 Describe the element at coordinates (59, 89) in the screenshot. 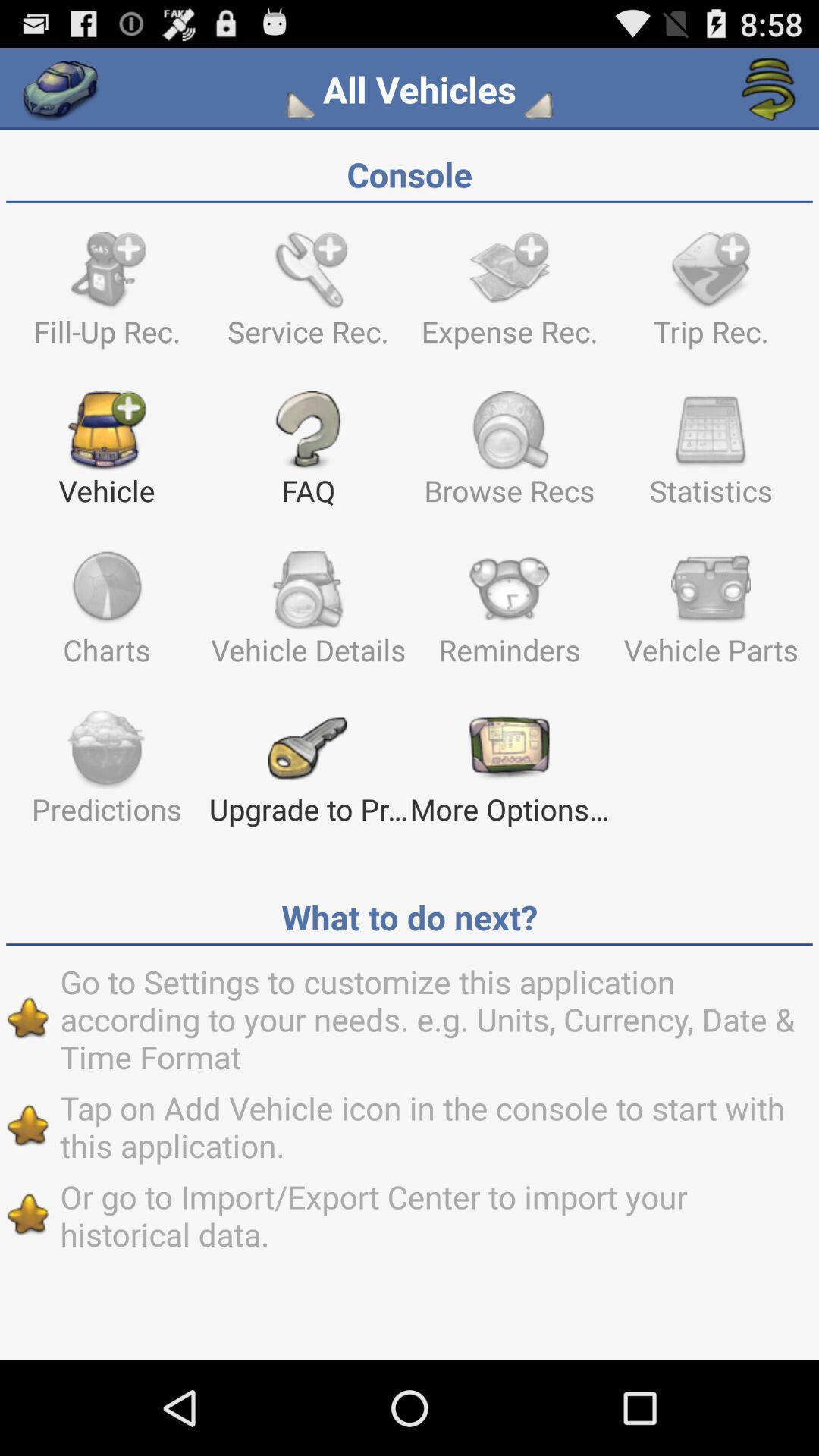

I see `vechicle` at that location.